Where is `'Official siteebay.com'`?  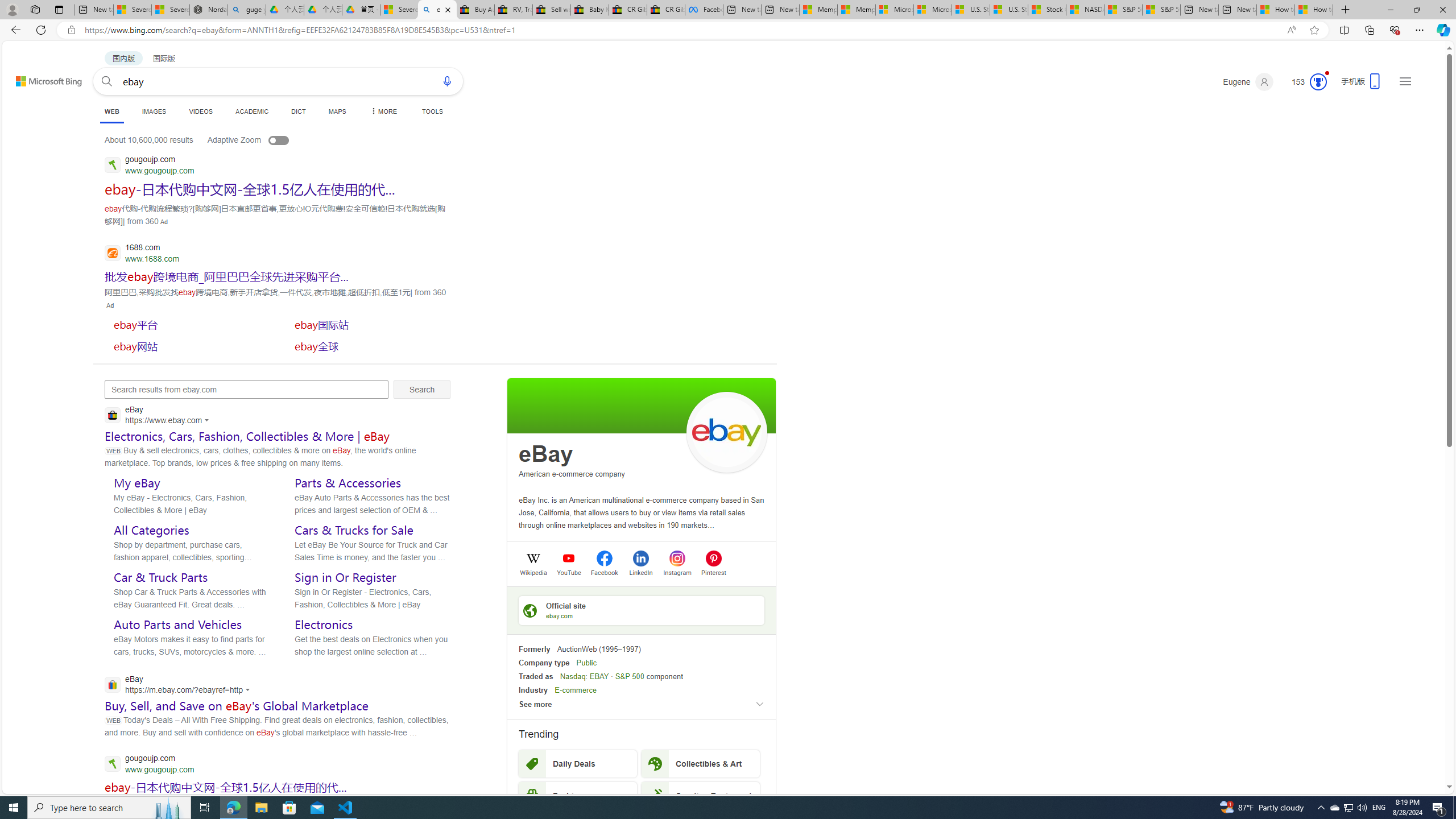
'Official siteebay.com' is located at coordinates (640, 610).